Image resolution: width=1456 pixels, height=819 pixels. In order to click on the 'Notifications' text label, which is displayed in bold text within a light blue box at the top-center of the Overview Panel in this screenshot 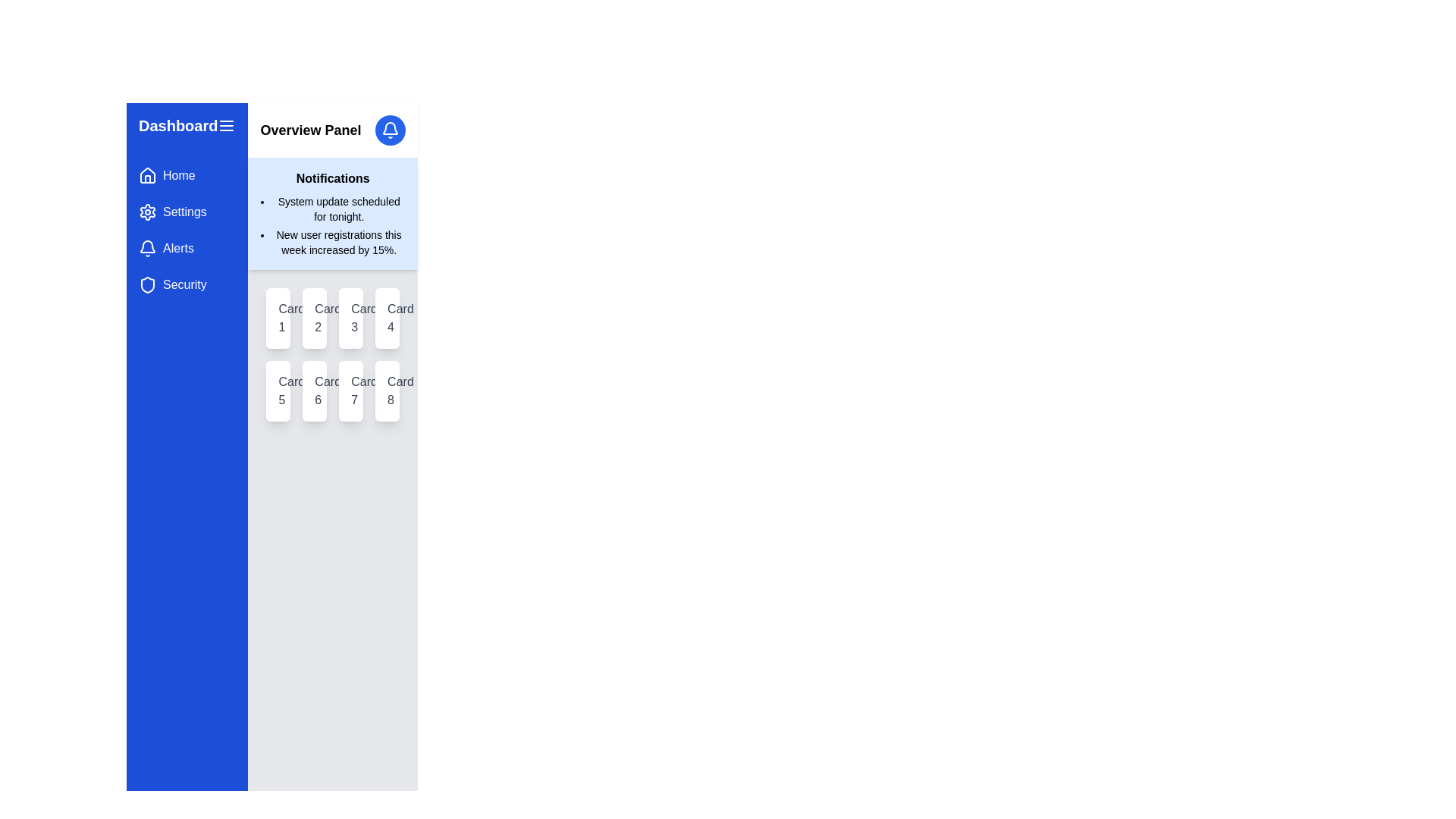, I will do `click(332, 177)`.